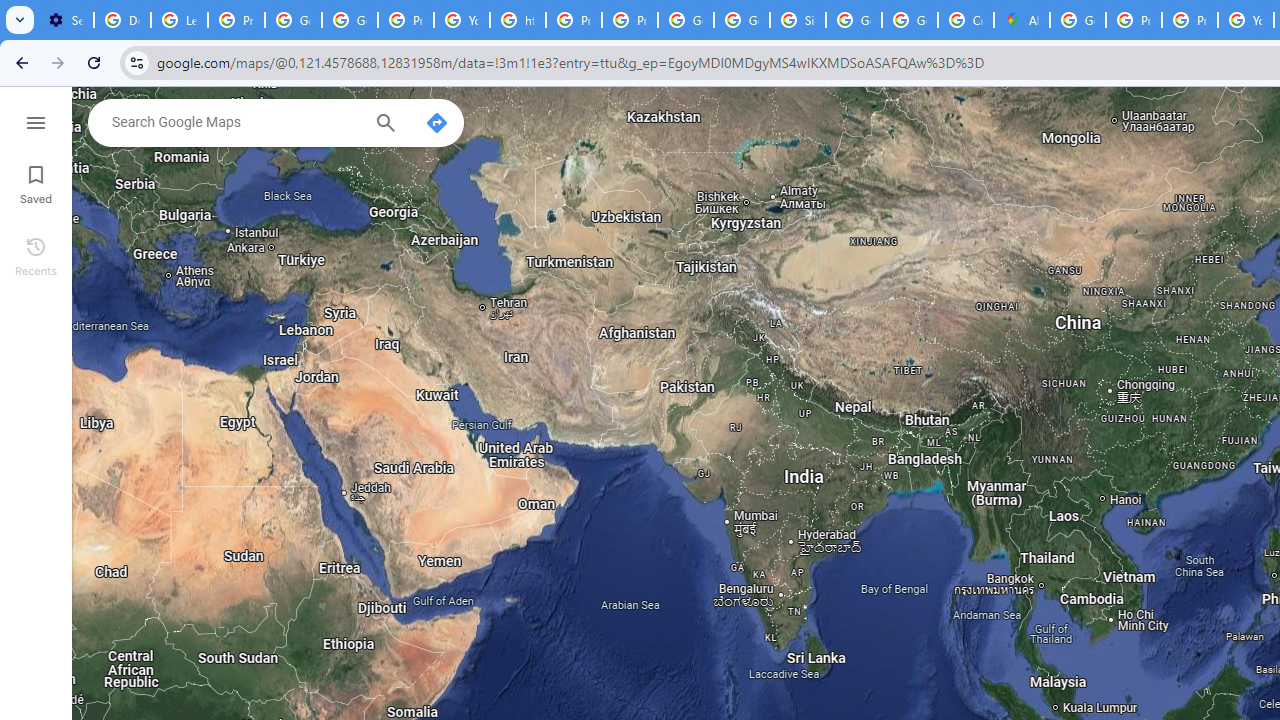 The height and width of the screenshot is (720, 1280). Describe the element at coordinates (435, 123) in the screenshot. I see `'Directions'` at that location.